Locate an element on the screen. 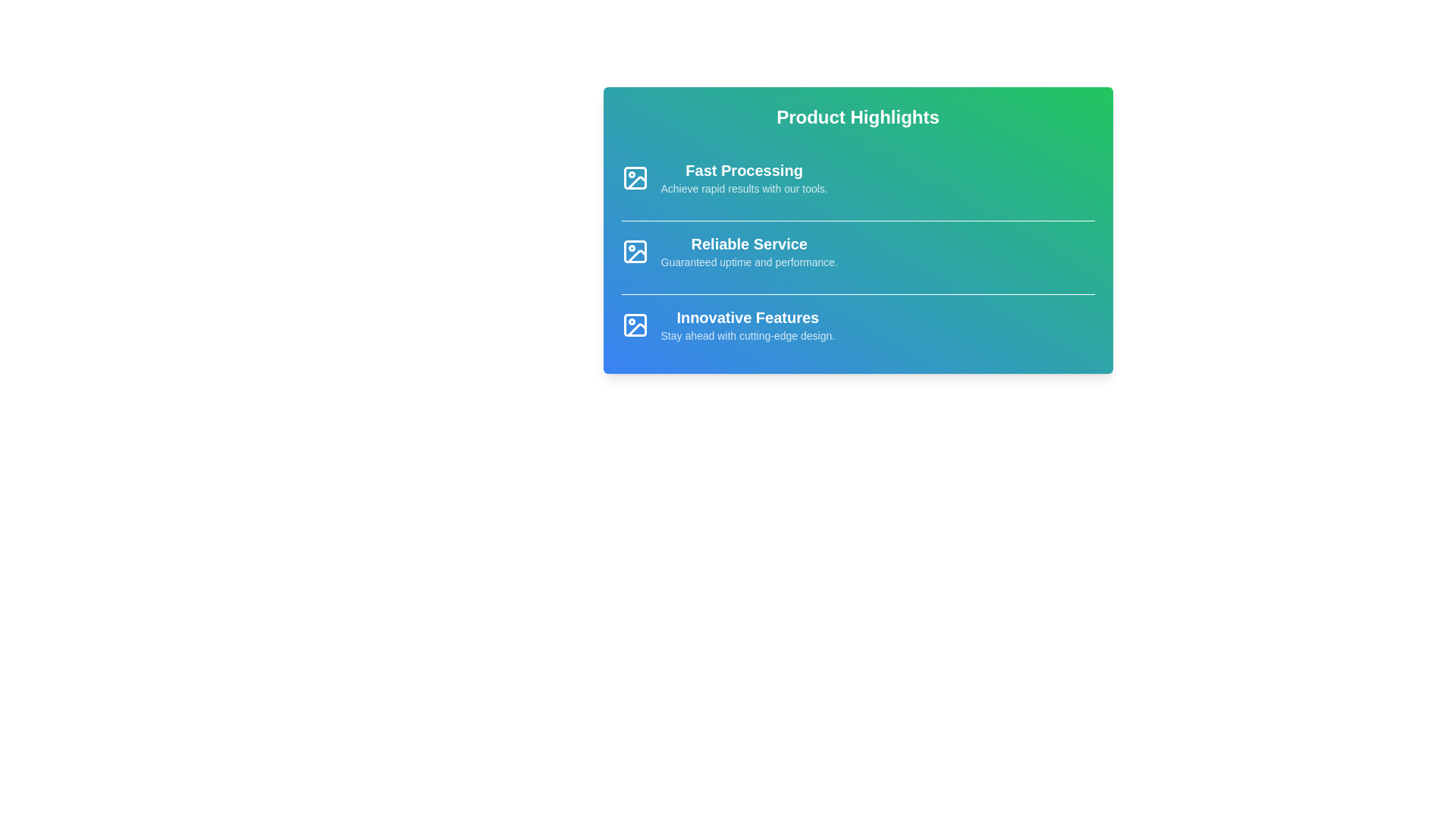 The height and width of the screenshot is (819, 1456). text block displaying 'Innovative Features' which is styled with a bold, large font and located within the 'Product Highlights' section is located at coordinates (748, 317).